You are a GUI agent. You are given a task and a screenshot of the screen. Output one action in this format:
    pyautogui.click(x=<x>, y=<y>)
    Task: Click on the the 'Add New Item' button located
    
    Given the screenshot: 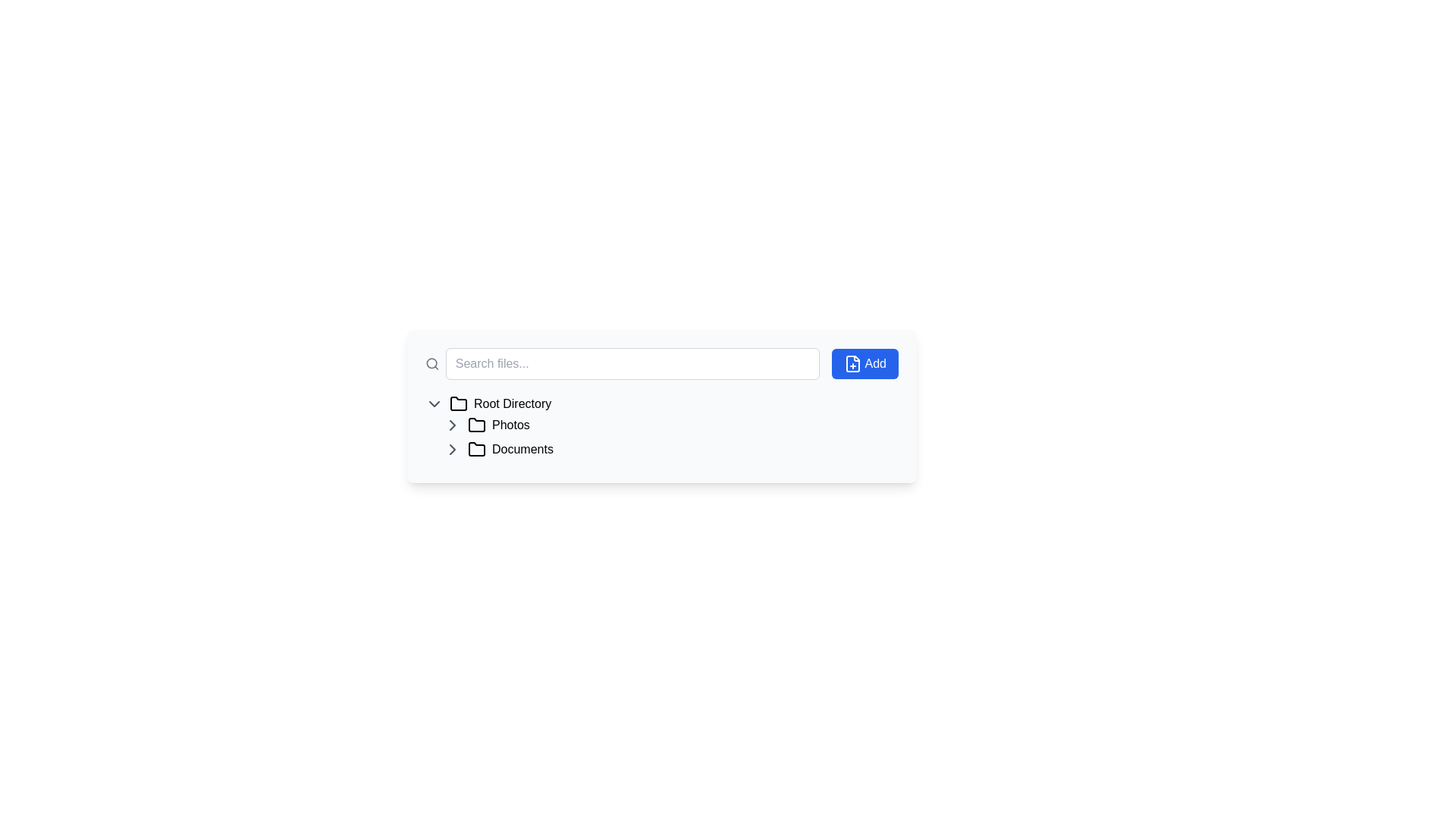 What is the action you would take?
    pyautogui.click(x=864, y=363)
    